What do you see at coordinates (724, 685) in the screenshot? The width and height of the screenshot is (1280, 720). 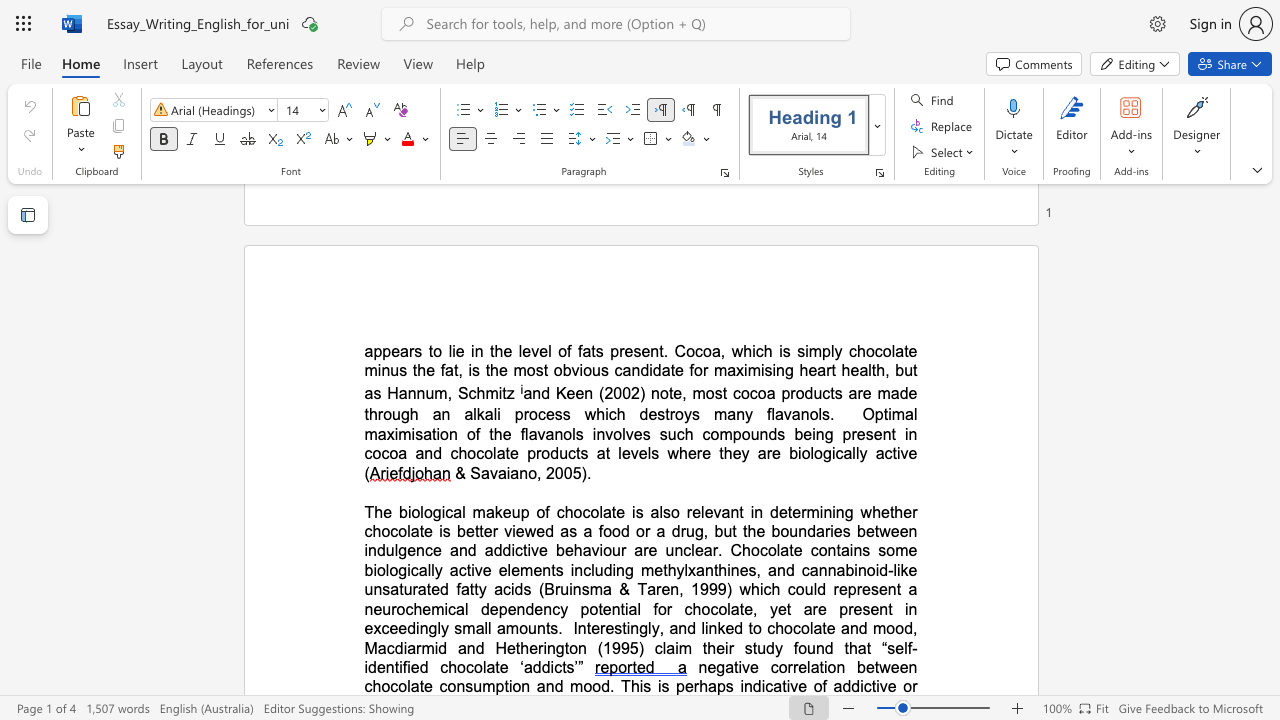 I see `the subset text "s i" within the text "perhaps indicative"` at bounding box center [724, 685].